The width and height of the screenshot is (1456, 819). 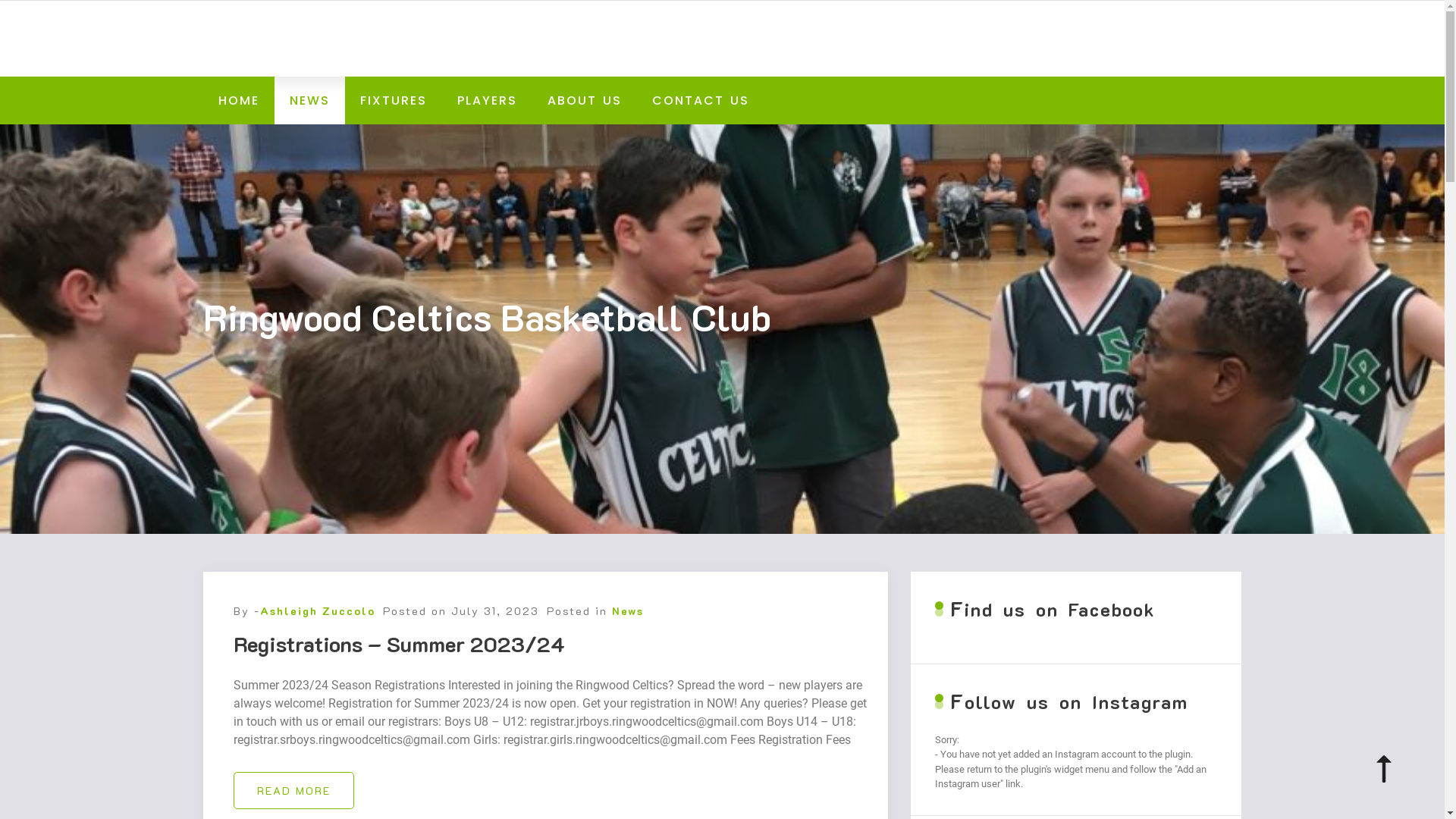 What do you see at coordinates (486, 100) in the screenshot?
I see `'PLAYERS'` at bounding box center [486, 100].